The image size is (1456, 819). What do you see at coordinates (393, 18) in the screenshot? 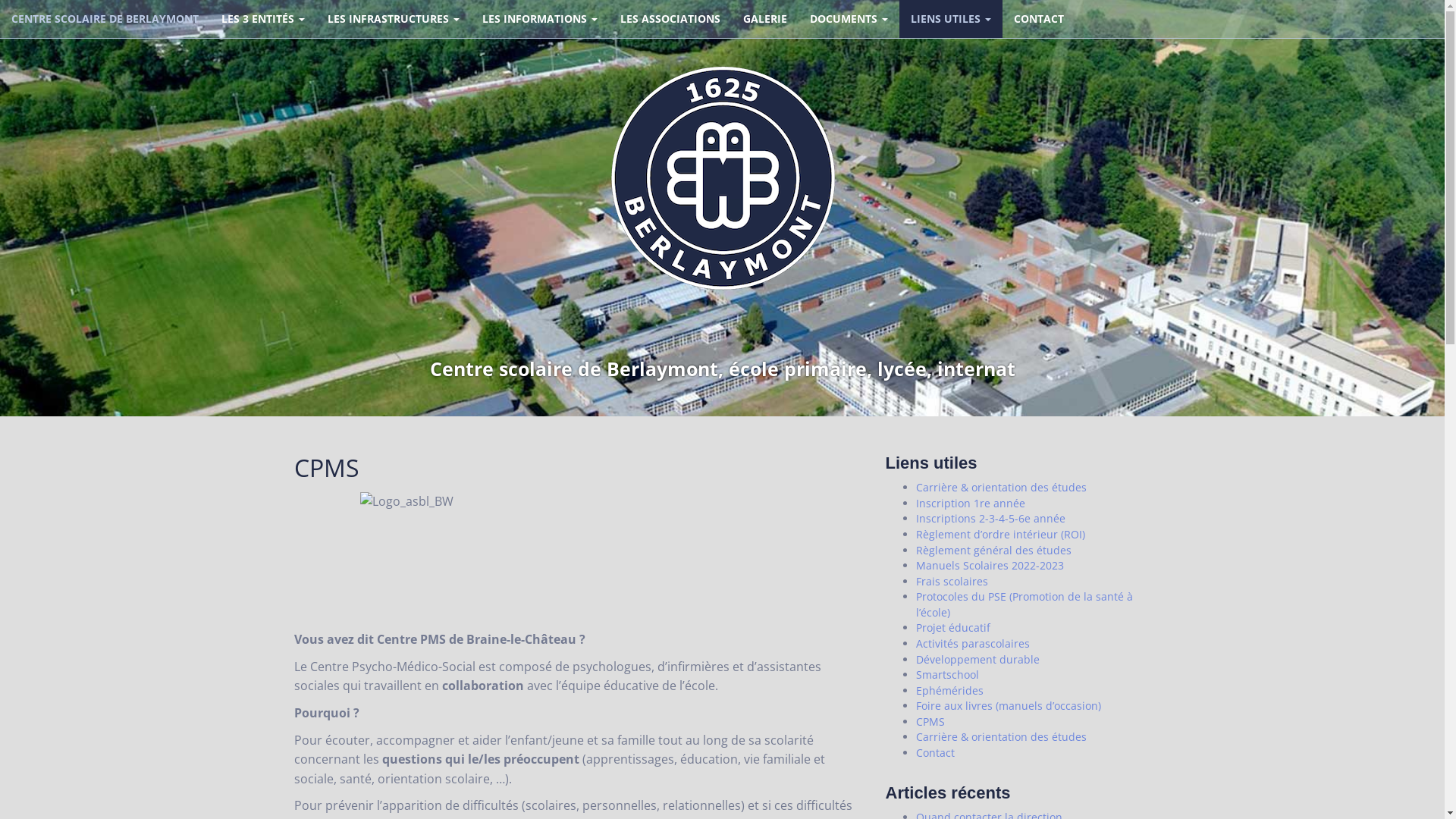
I see `'LES INFRASTRUCTURES'` at bounding box center [393, 18].